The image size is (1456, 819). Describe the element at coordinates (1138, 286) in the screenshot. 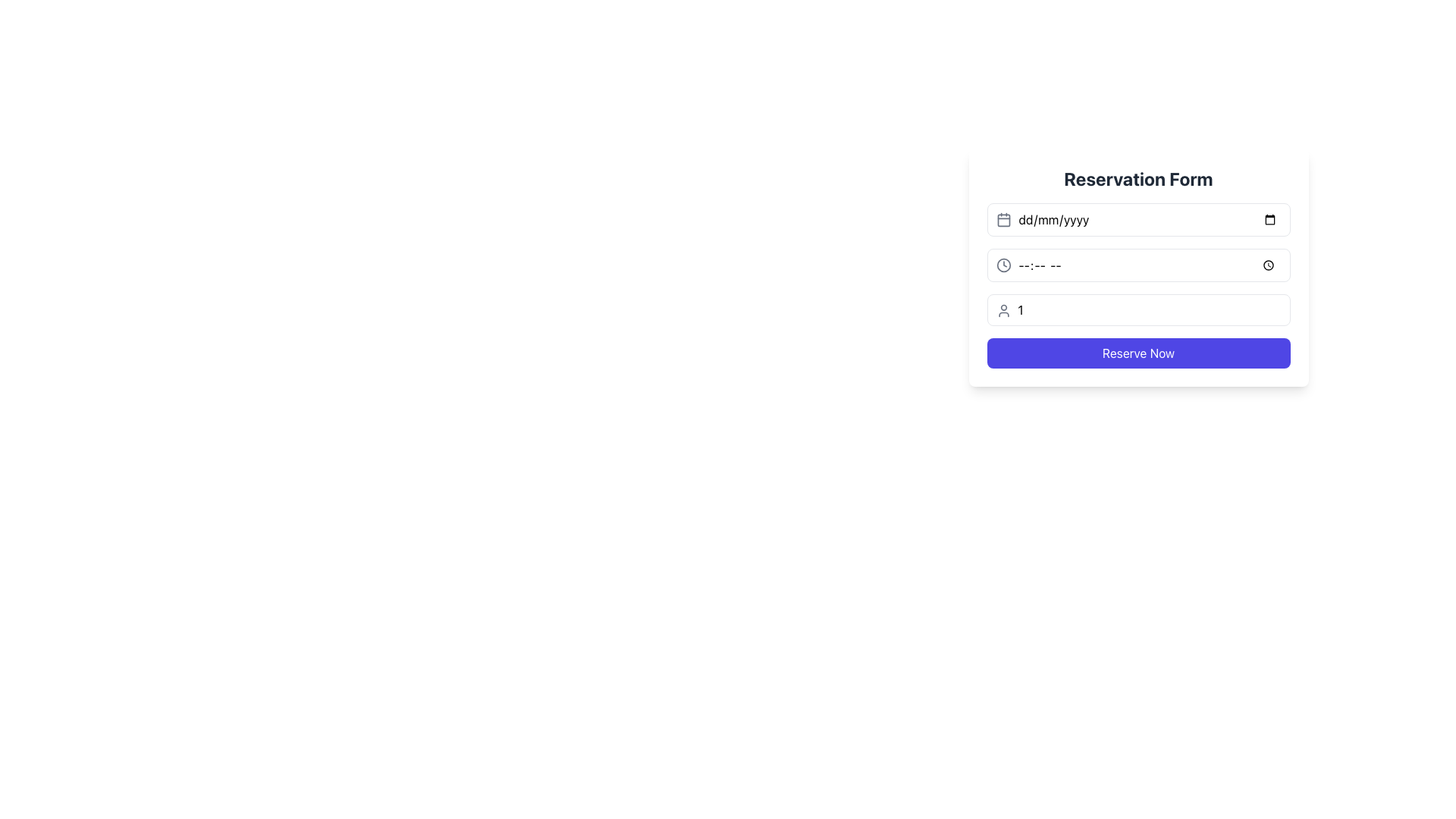

I see `the time input field within the composite input form element in the 'Reservation Form' section` at that location.